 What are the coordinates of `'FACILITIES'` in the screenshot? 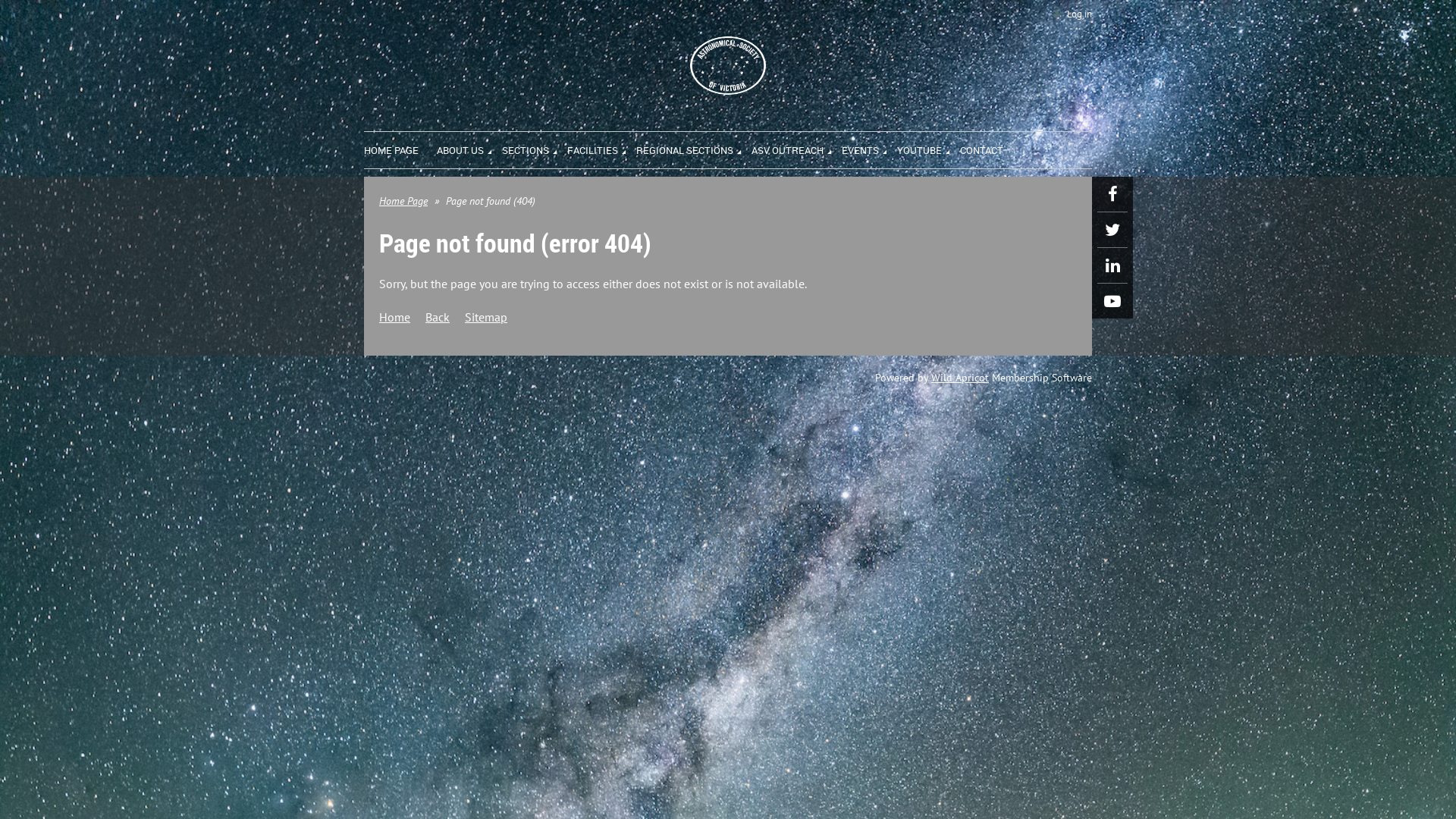 It's located at (601, 148).